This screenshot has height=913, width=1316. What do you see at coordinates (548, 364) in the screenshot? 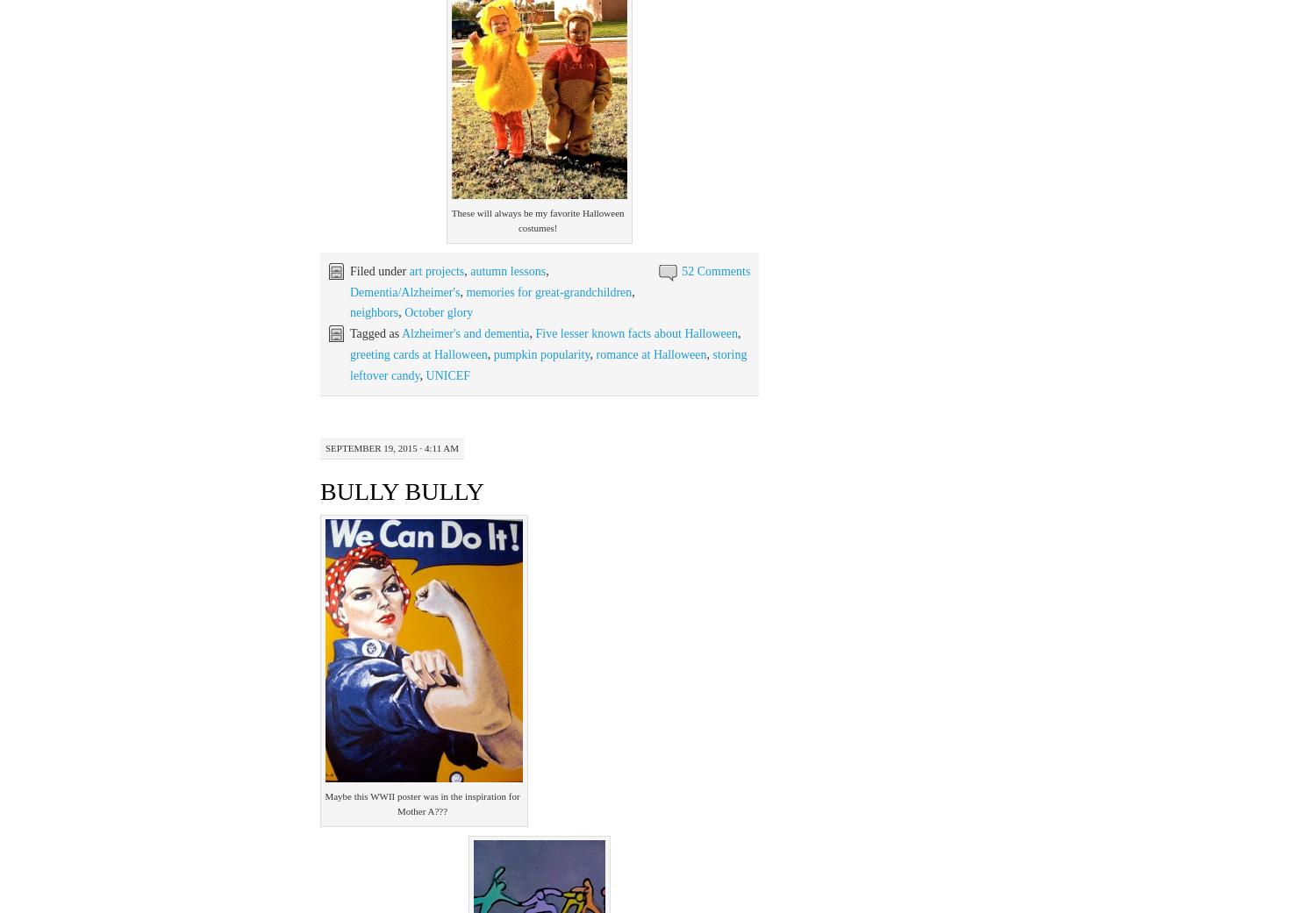
I see `'storing leftover candy'` at bounding box center [548, 364].